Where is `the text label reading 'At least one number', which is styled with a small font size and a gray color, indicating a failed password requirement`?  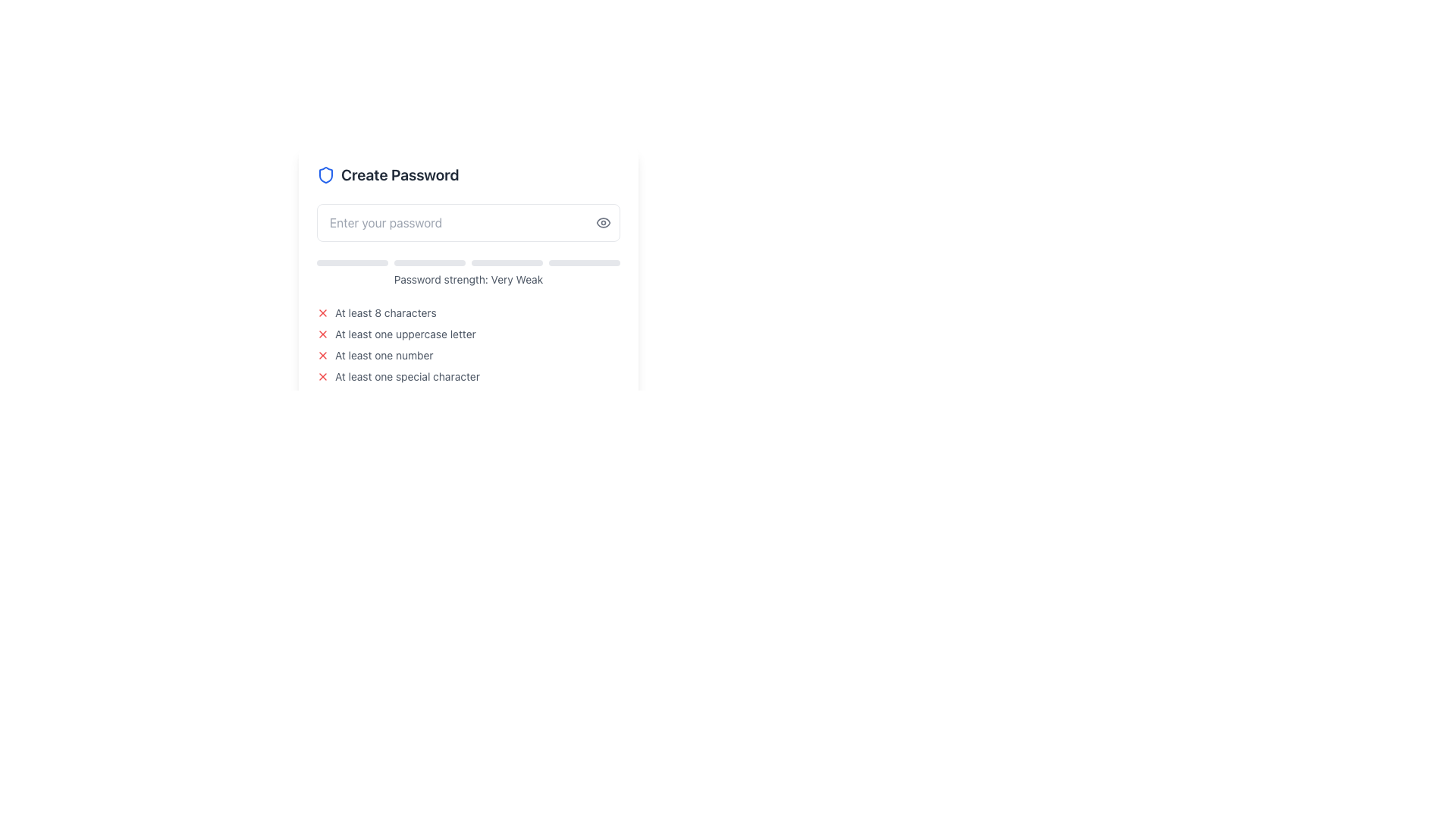
the text label reading 'At least one number', which is styled with a small font size and a gray color, indicating a failed password requirement is located at coordinates (384, 356).